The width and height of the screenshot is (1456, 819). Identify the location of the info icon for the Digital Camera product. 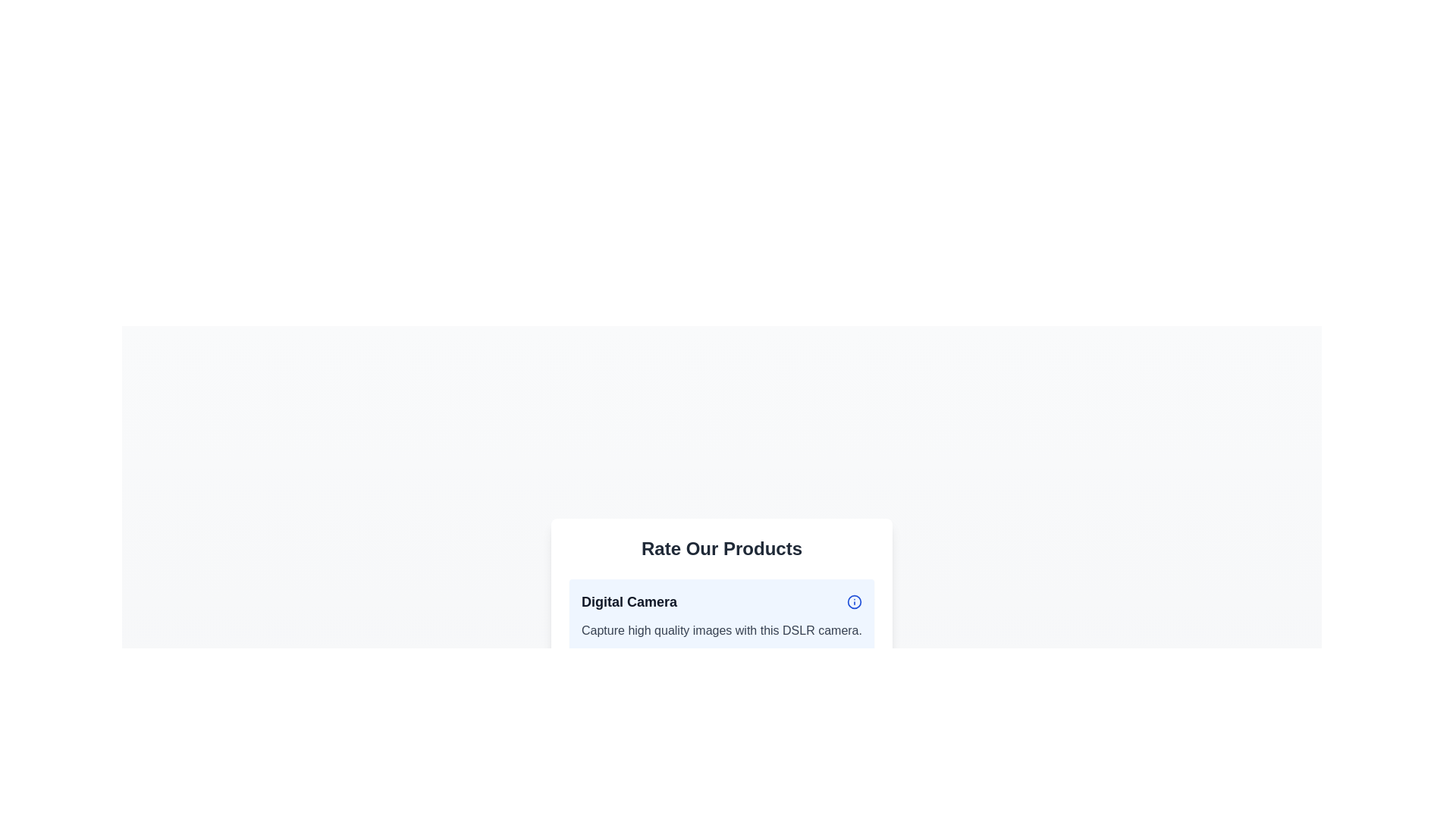
(855, 601).